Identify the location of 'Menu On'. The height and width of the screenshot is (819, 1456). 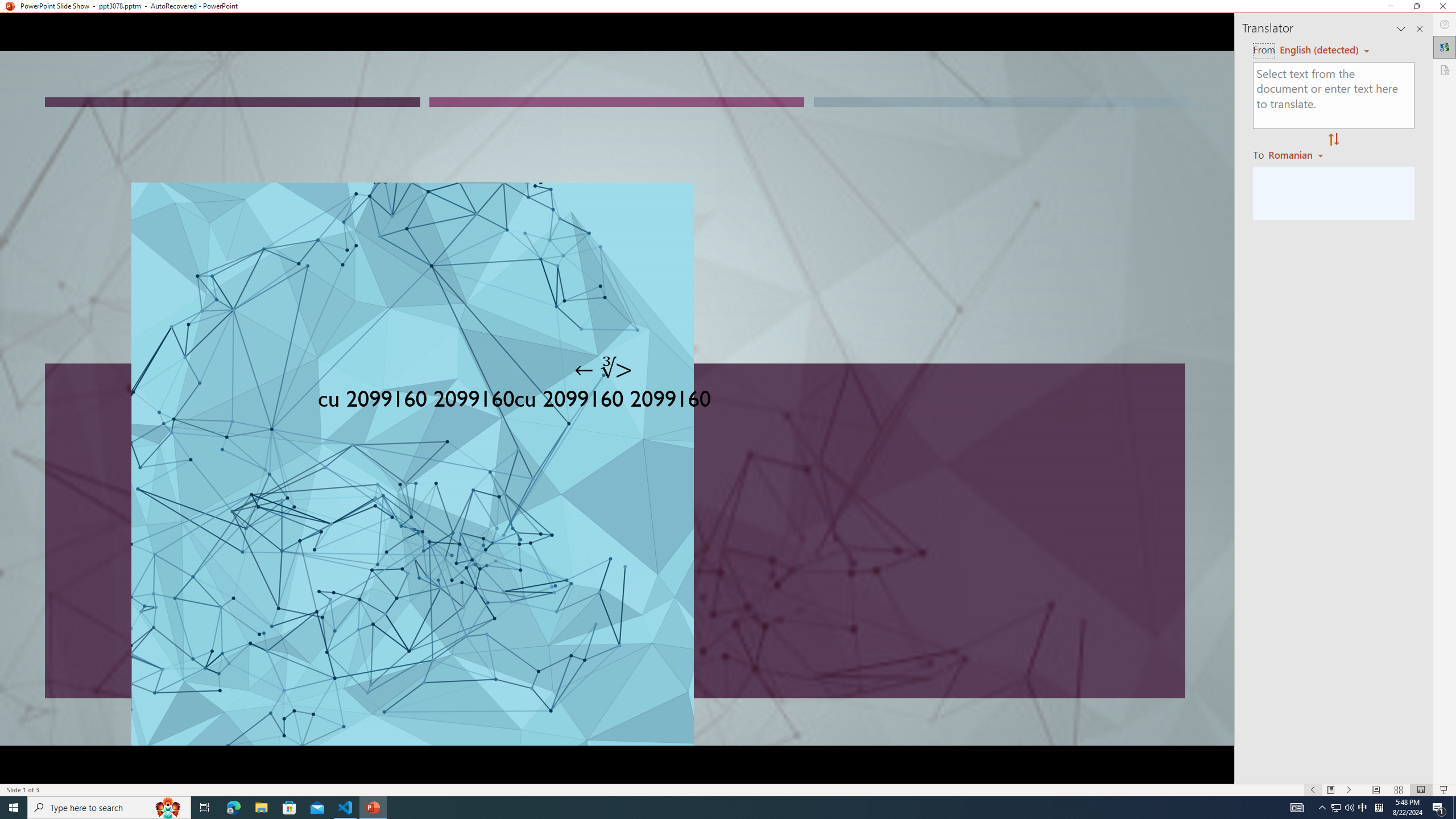
(1331, 790).